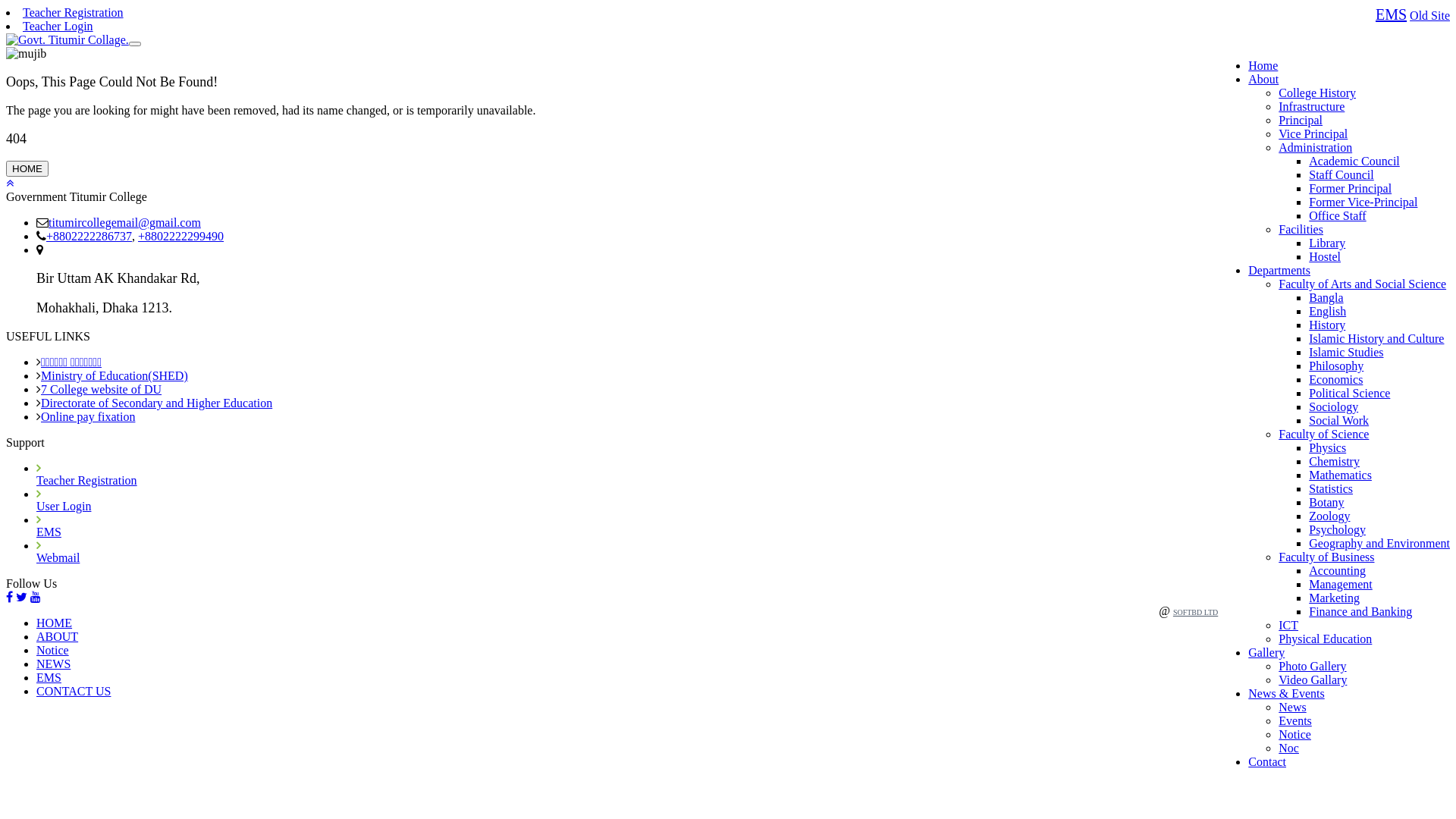  I want to click on 'Contact', so click(1266, 761).